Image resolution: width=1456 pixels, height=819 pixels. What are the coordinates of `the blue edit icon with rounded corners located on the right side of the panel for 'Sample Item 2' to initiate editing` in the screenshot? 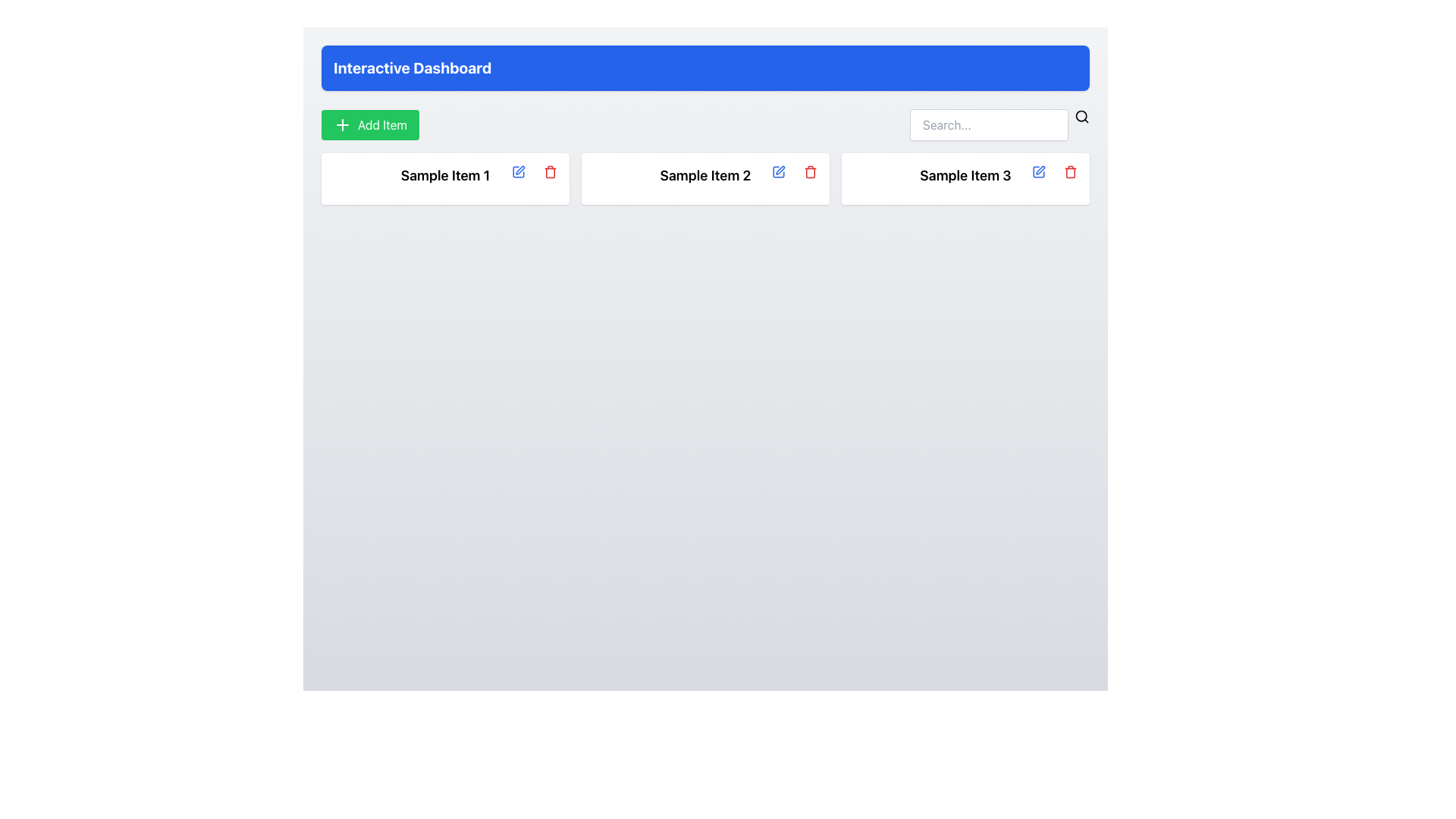 It's located at (779, 171).